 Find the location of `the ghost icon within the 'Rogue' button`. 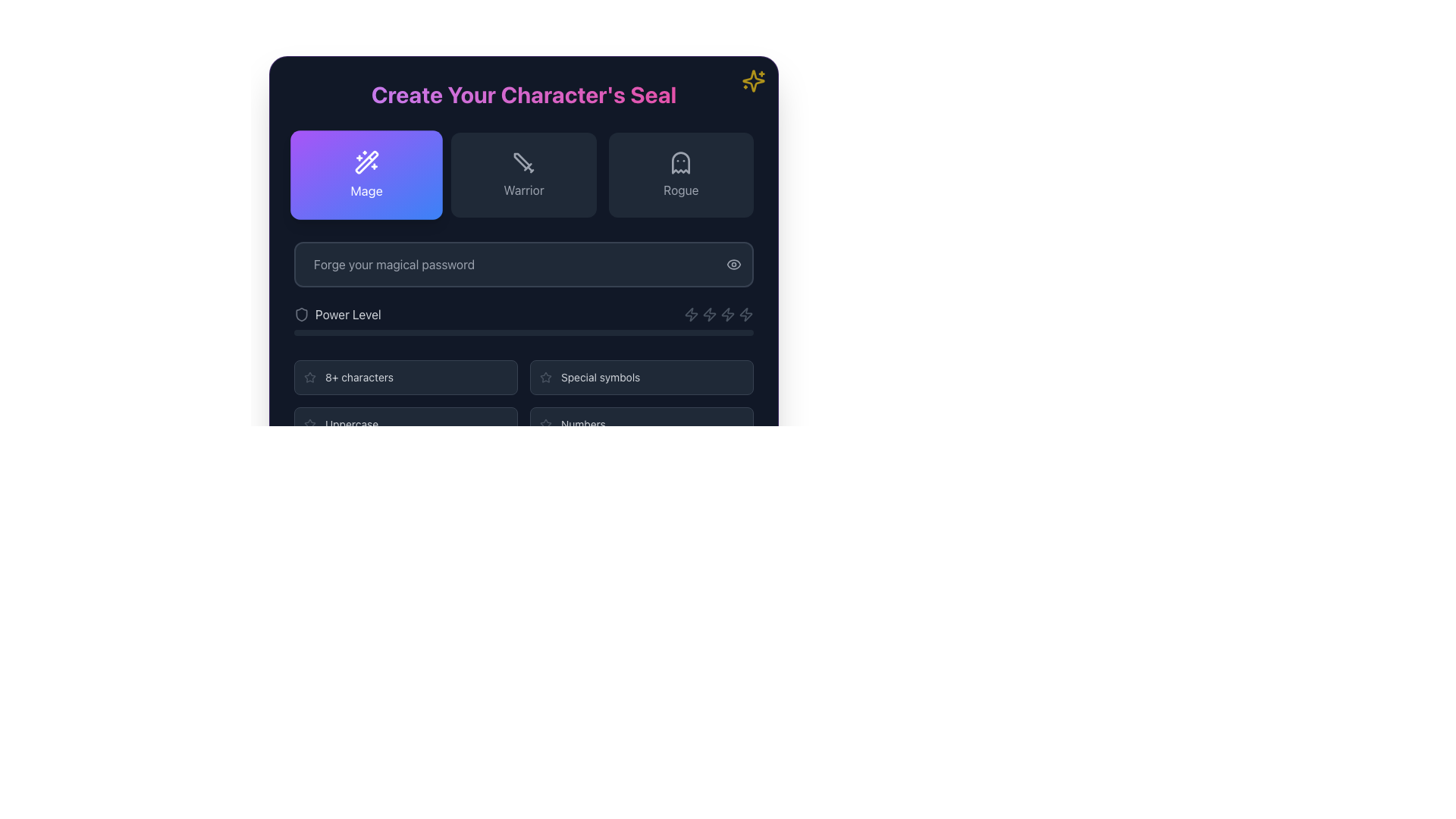

the ghost icon within the 'Rogue' button is located at coordinates (680, 163).